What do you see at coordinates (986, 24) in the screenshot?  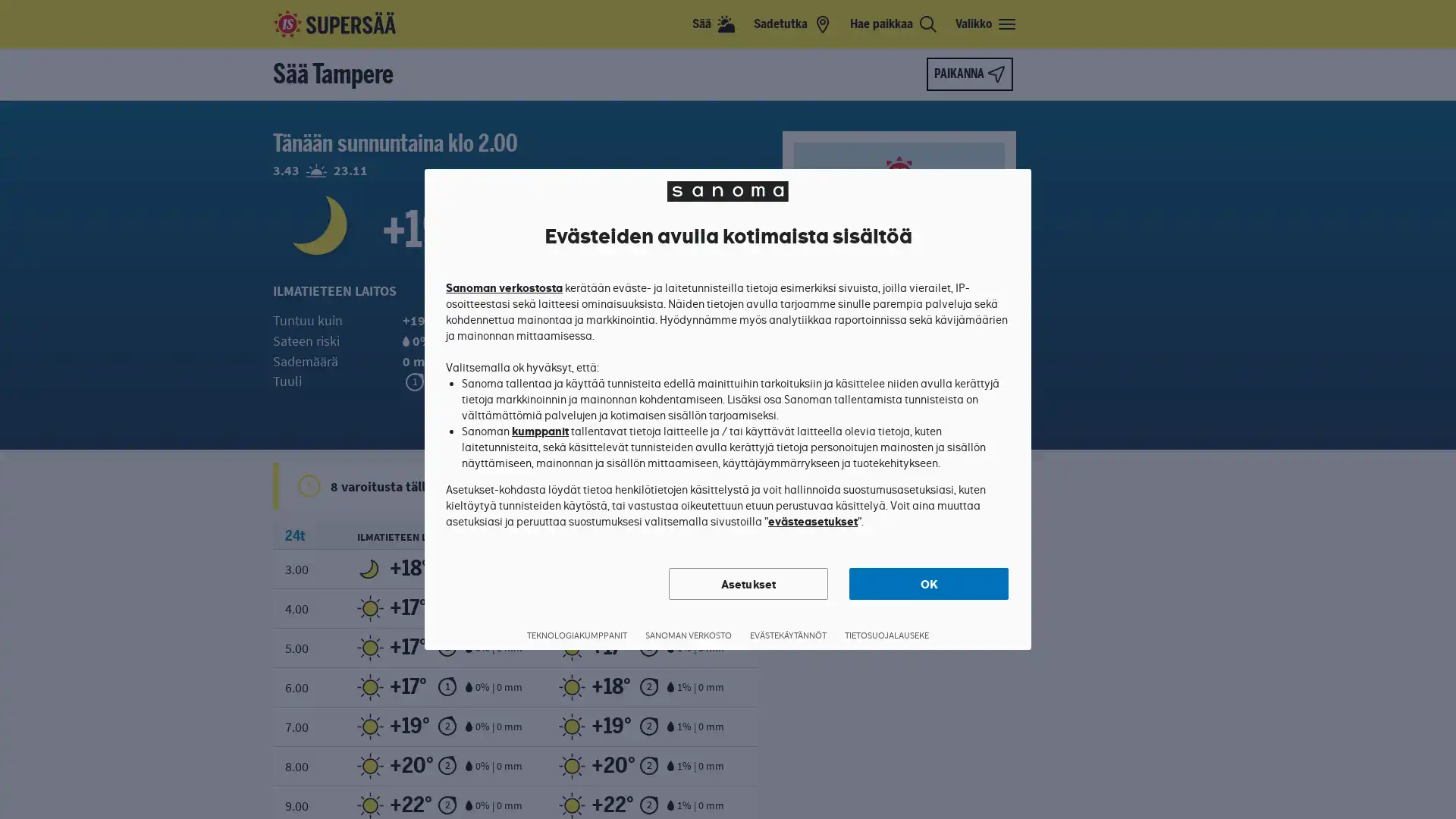 I see `Valikko` at bounding box center [986, 24].